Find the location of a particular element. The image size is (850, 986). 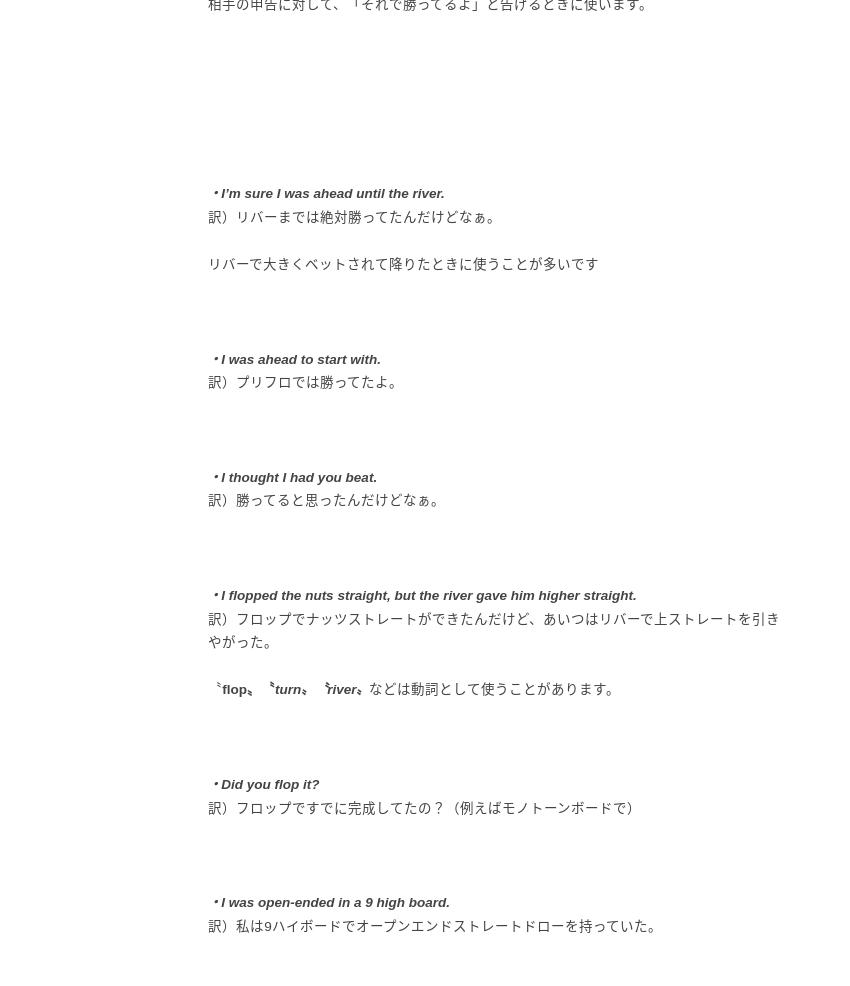

'flop〟〝' is located at coordinates (248, 688).